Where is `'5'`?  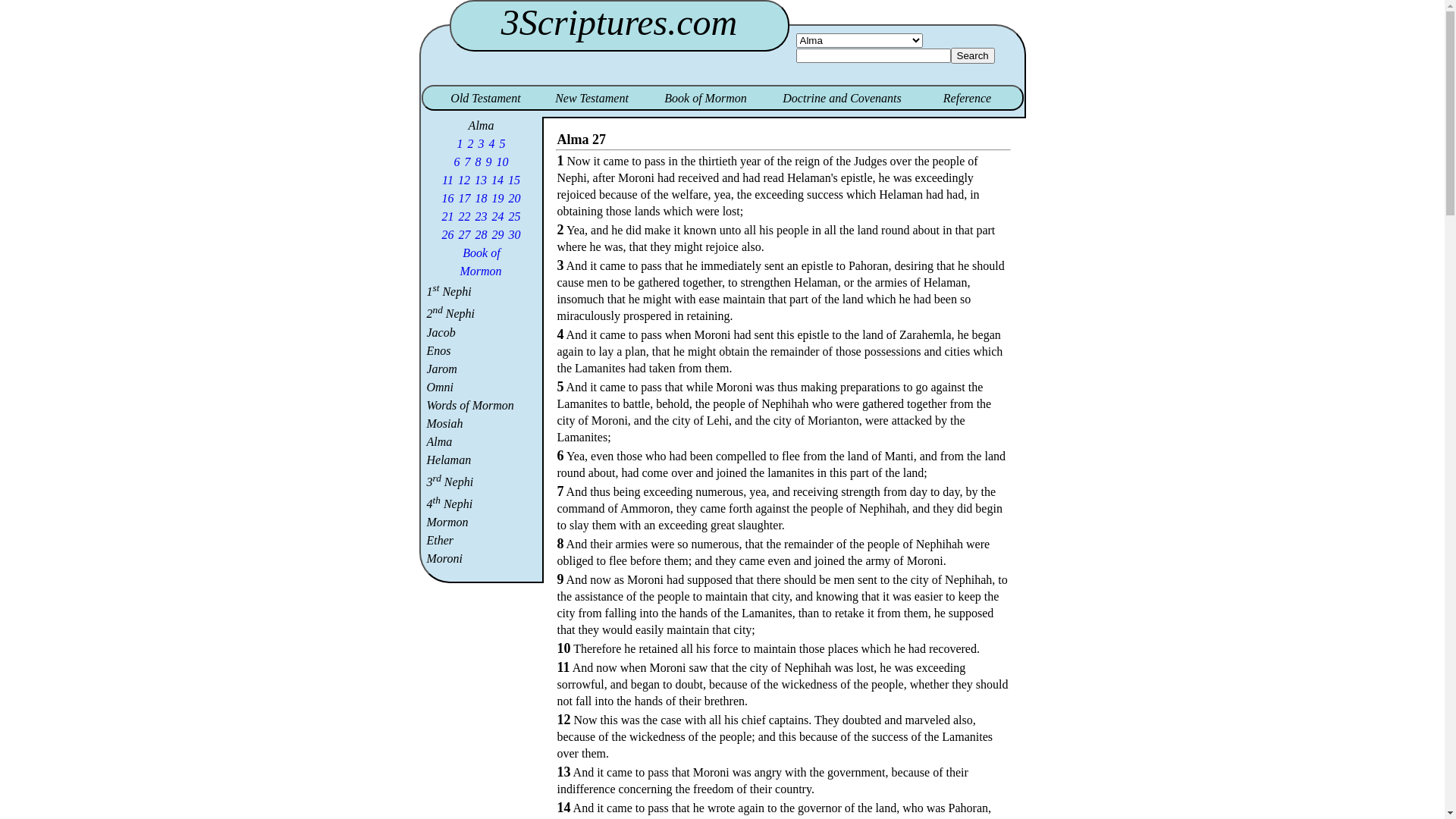
'5' is located at coordinates (502, 143).